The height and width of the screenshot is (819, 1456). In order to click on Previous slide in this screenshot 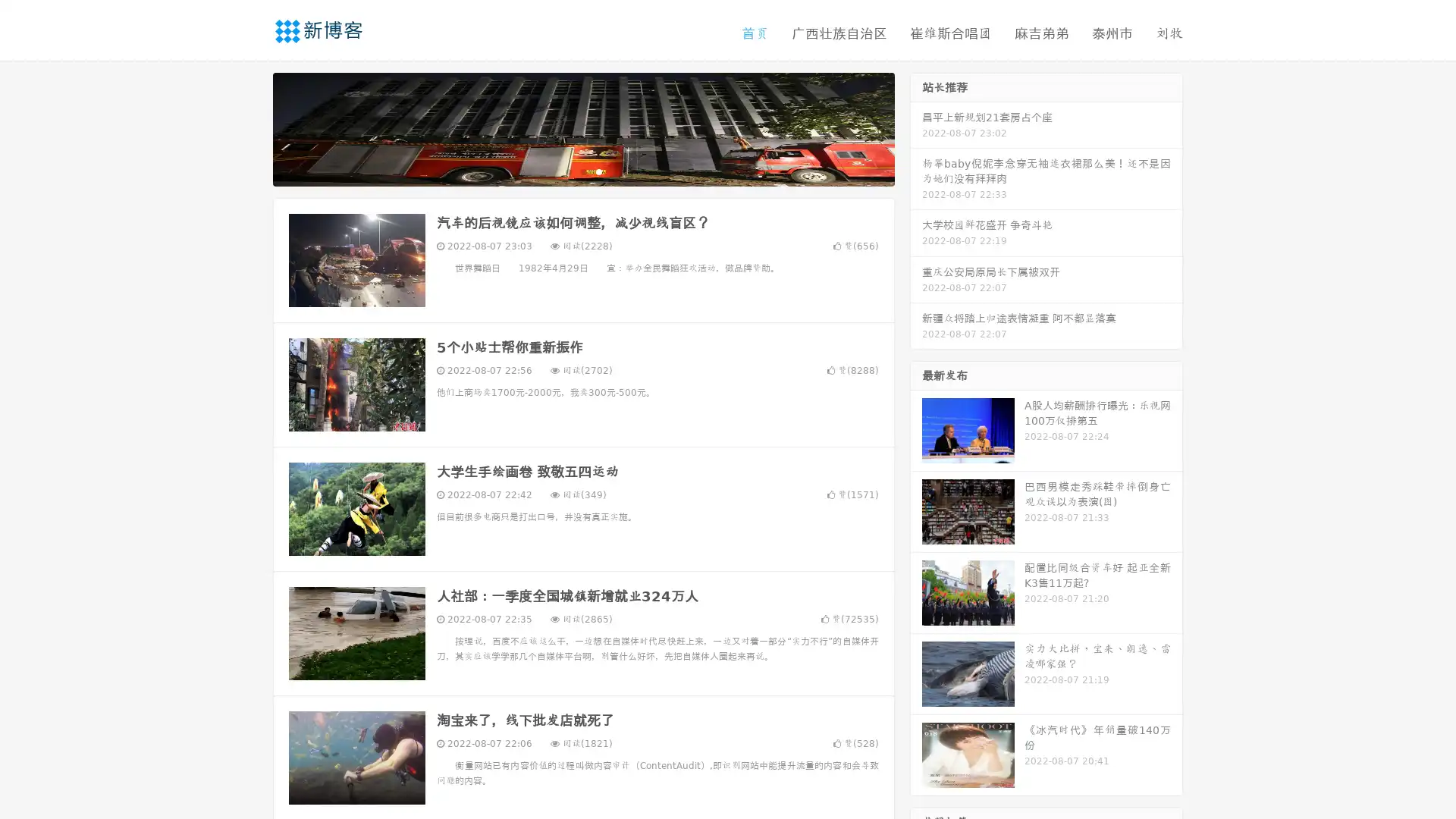, I will do `click(250, 127)`.